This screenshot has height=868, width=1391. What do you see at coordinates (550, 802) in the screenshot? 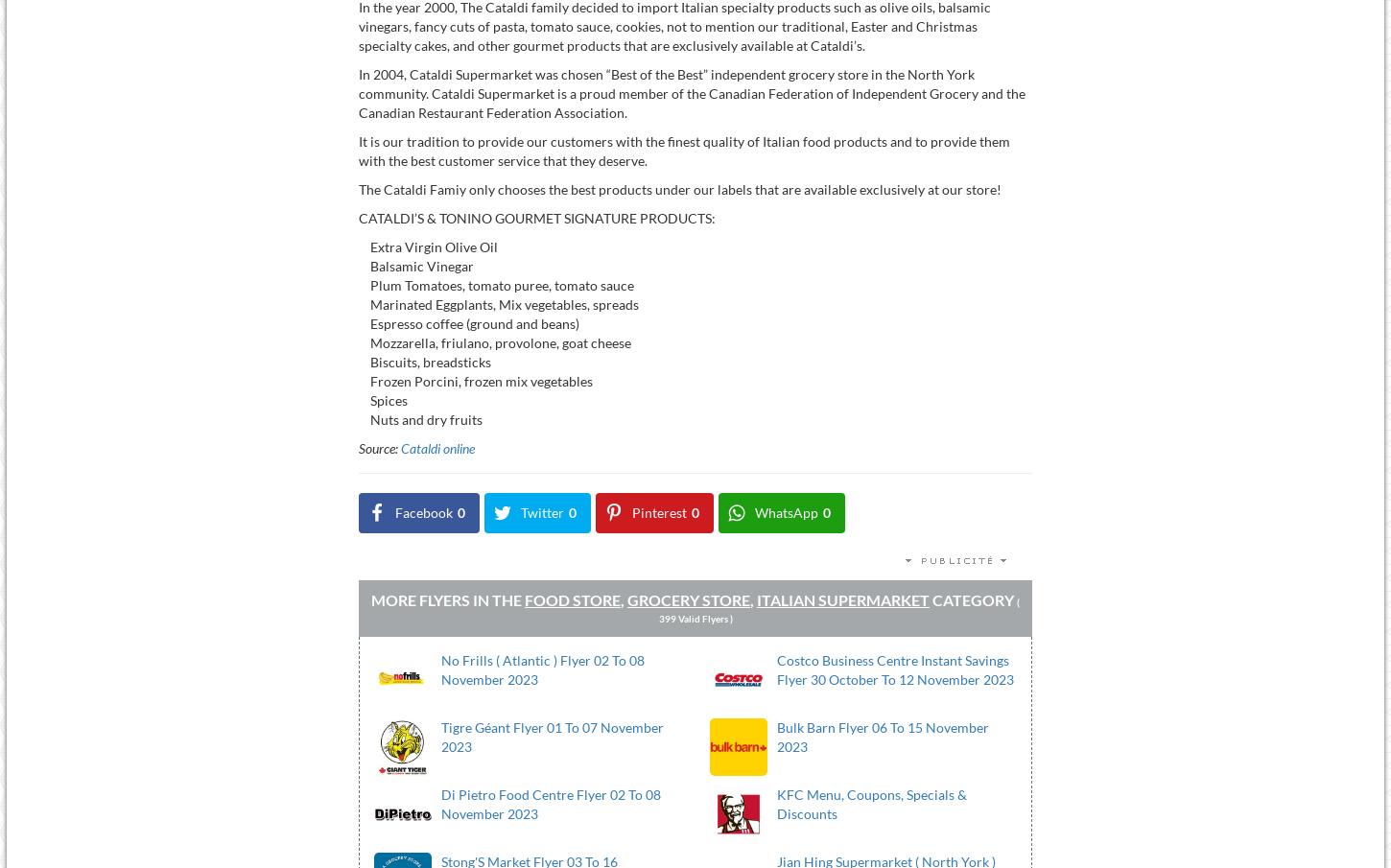
I see `'Di Pietro Food Centre Flyer 02 To 08 November 2023'` at bounding box center [550, 802].